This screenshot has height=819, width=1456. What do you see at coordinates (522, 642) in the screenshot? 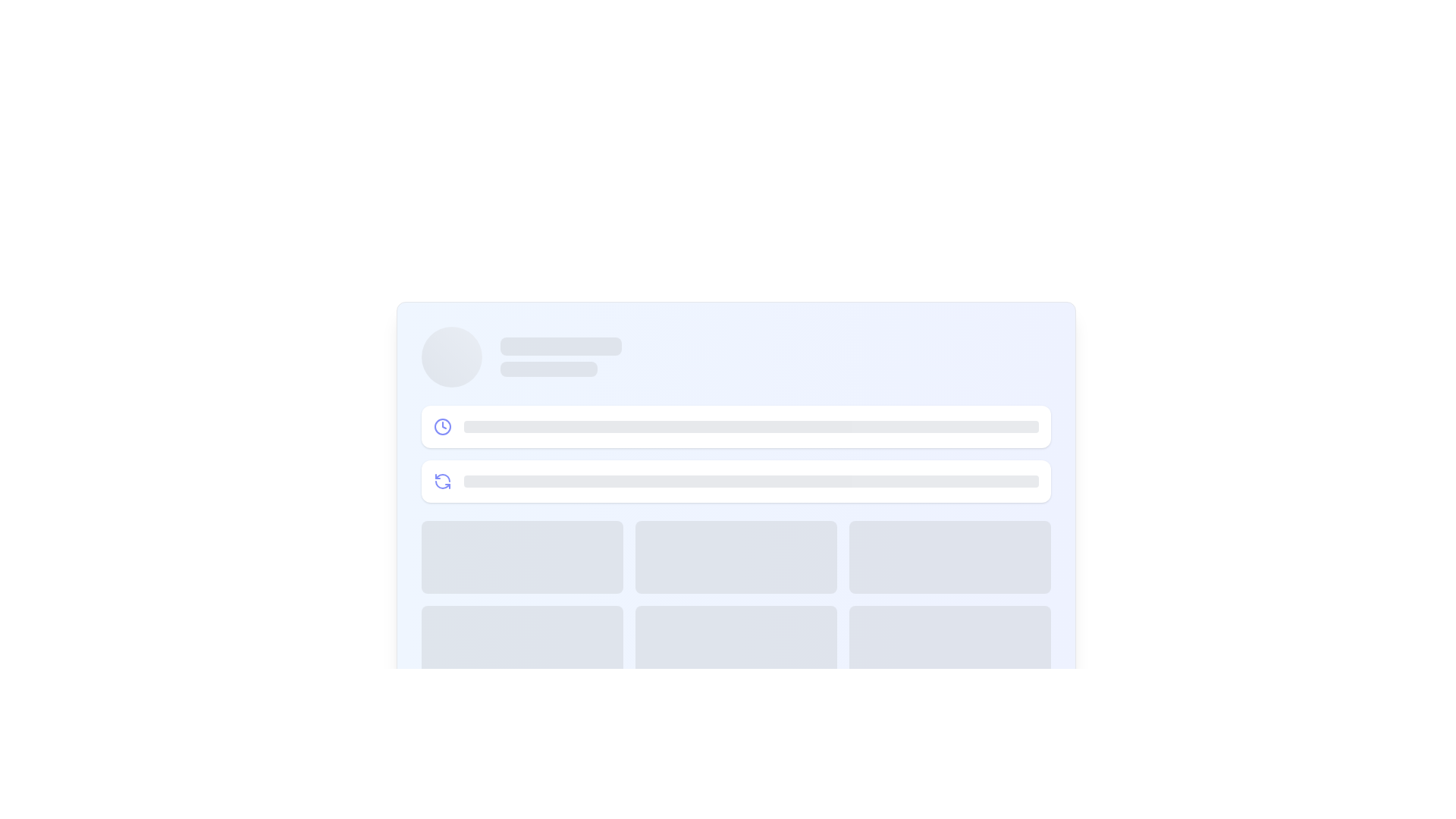
I see `the Loading Placeholder element, which is a rectangular card with rounded corners and a grayish tone, located in the second row and first column of a 3-column grid layout` at bounding box center [522, 642].